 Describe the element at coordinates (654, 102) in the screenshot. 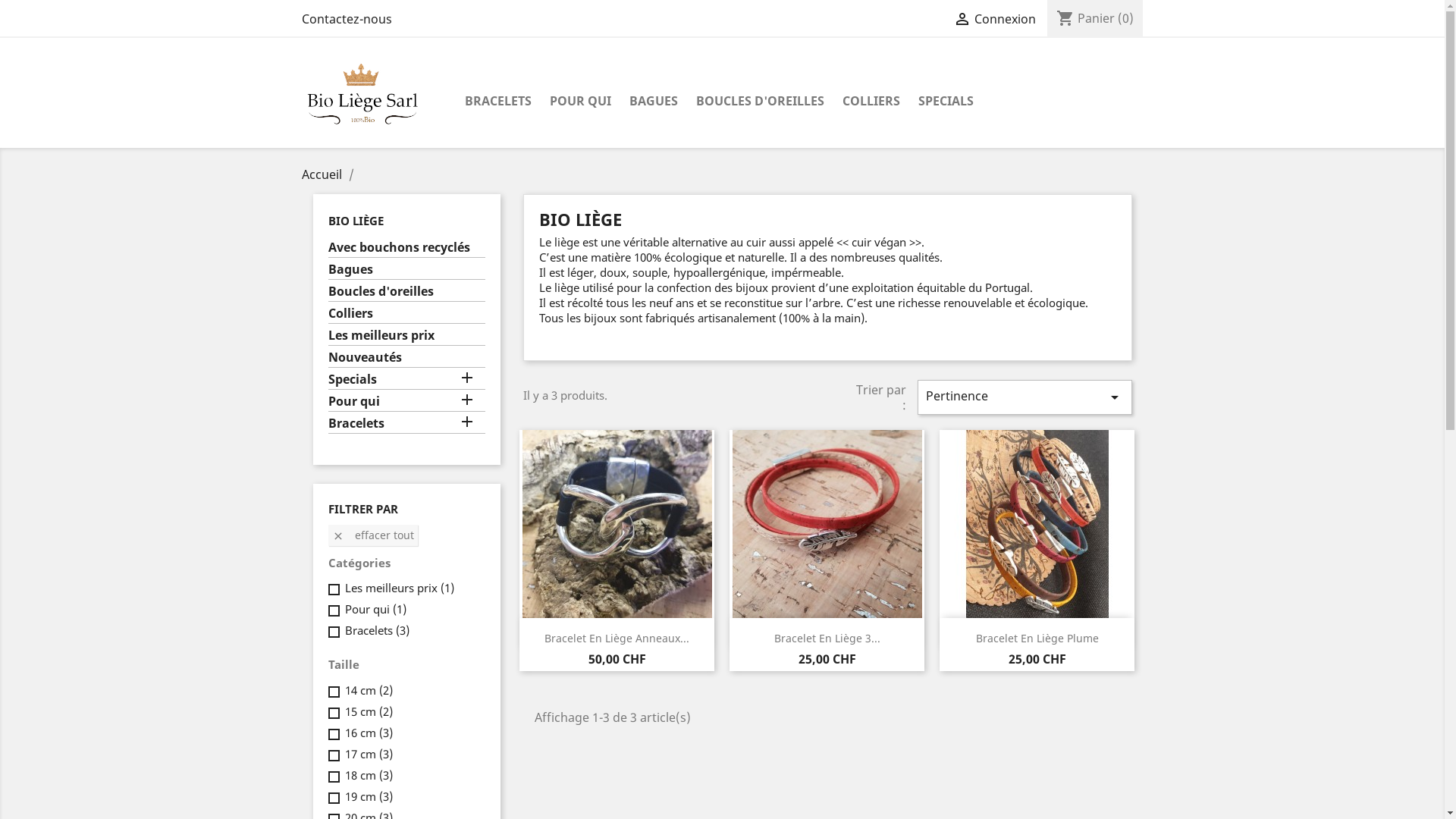

I see `'BAGUES'` at that location.